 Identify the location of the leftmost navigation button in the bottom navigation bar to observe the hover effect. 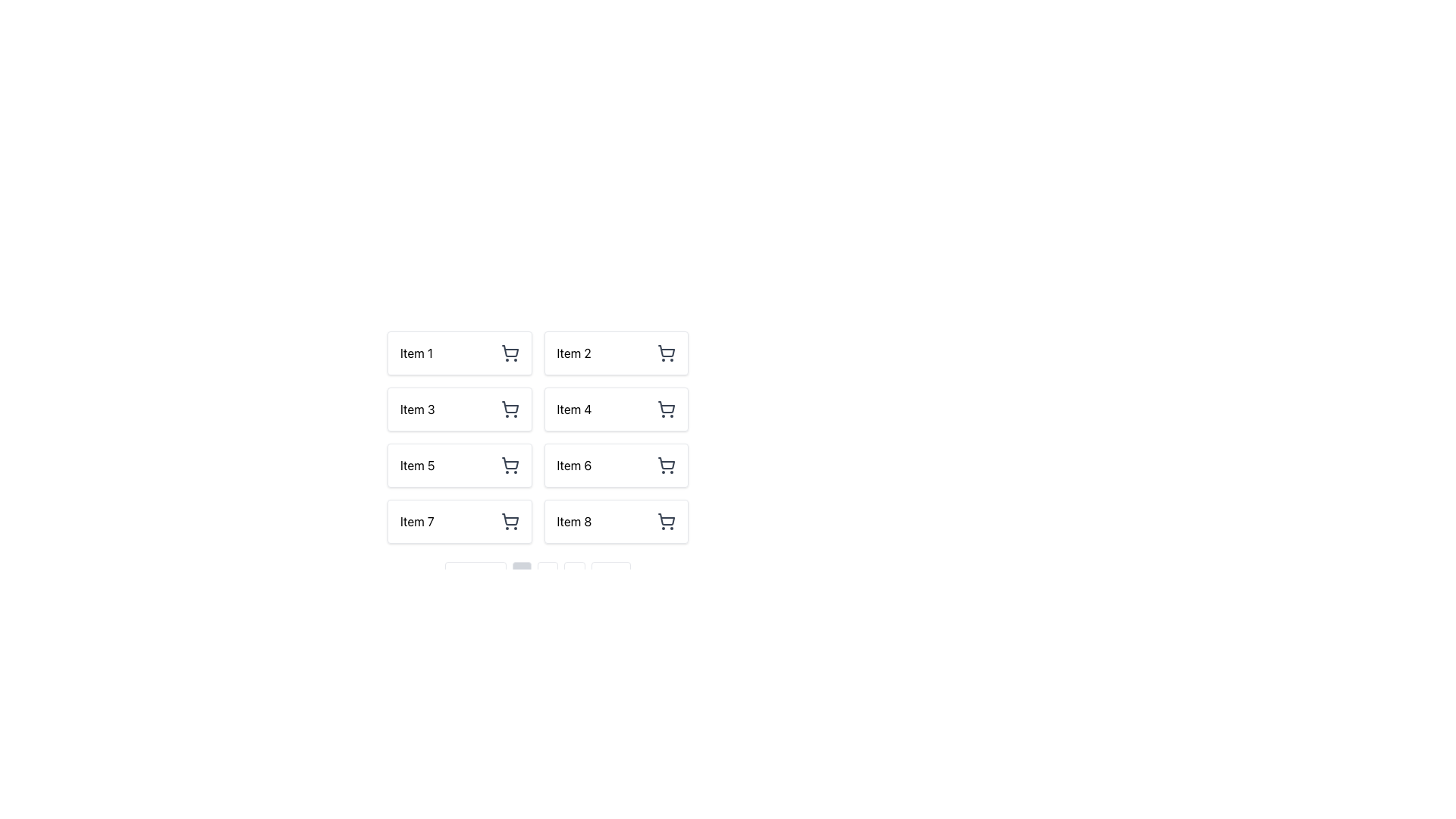
(475, 578).